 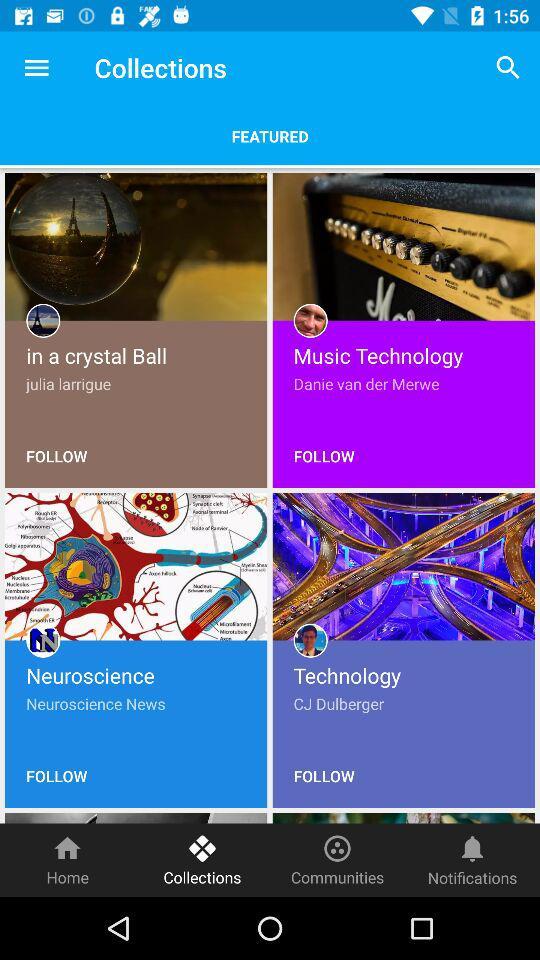 I want to click on the featured icon, so click(x=270, y=135).